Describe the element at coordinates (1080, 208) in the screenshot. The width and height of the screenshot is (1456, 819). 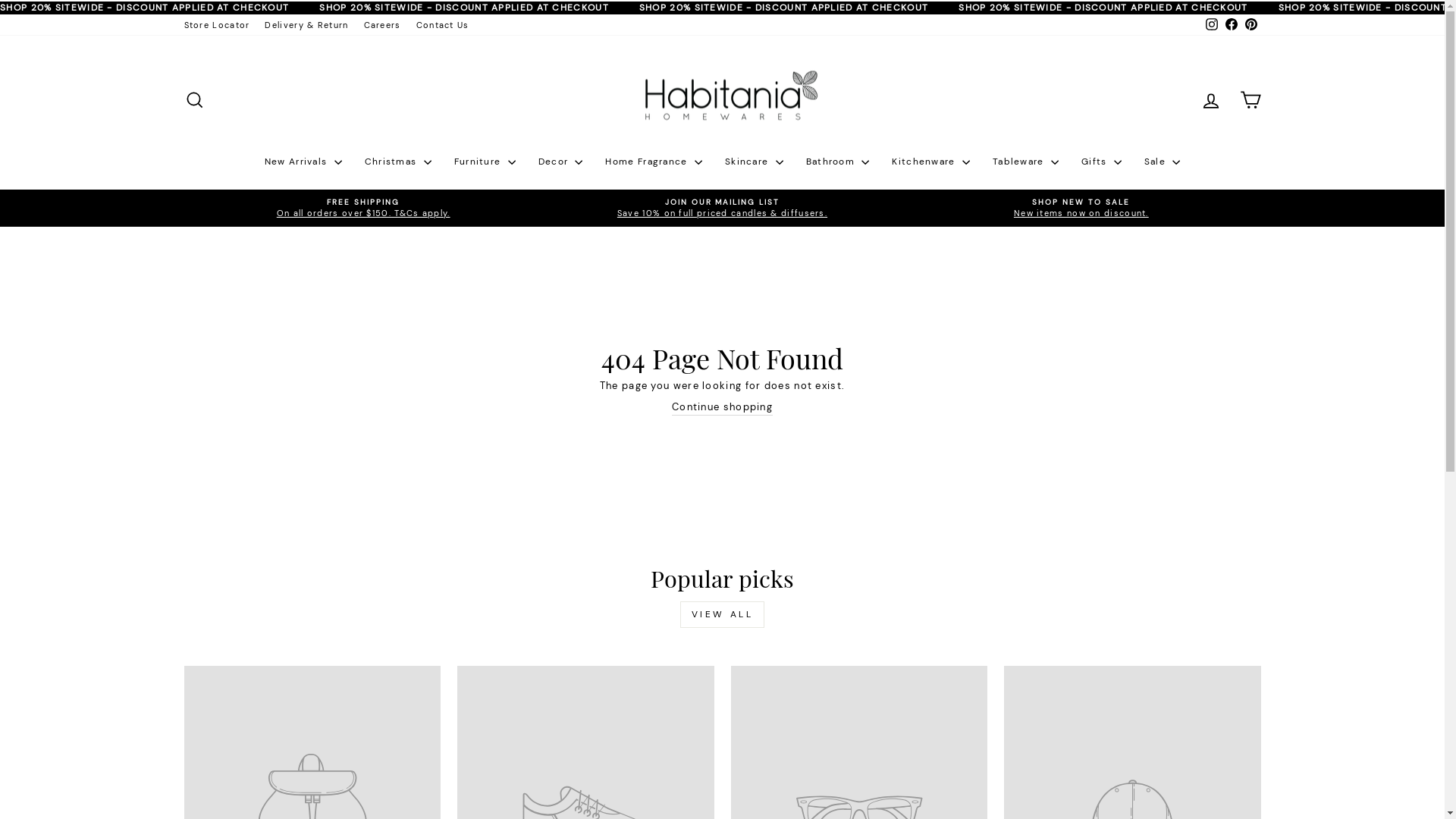
I see `'SHOP NEW TO SALE` at that location.